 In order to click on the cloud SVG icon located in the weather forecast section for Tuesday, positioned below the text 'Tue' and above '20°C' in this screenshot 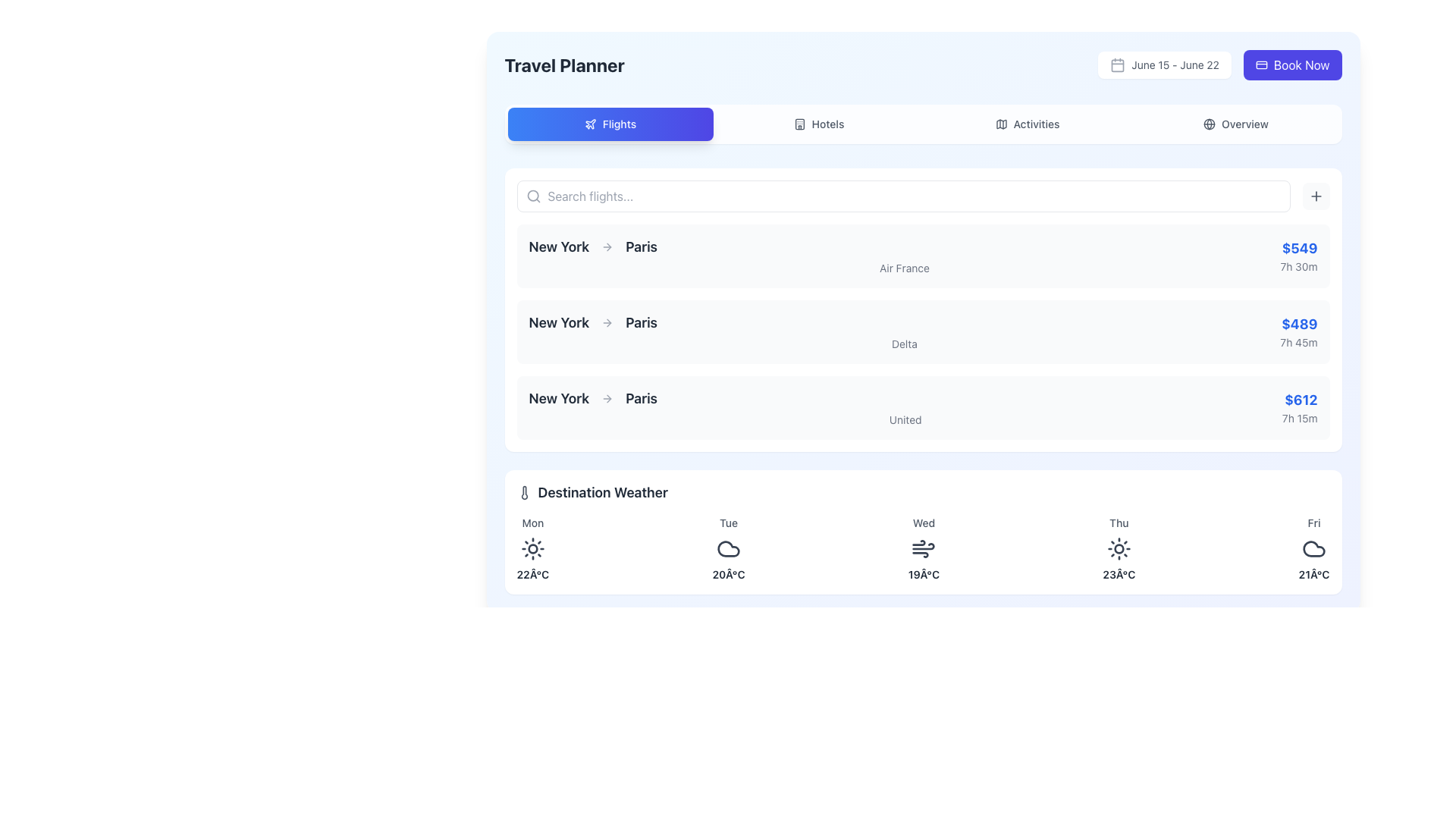, I will do `click(728, 549)`.